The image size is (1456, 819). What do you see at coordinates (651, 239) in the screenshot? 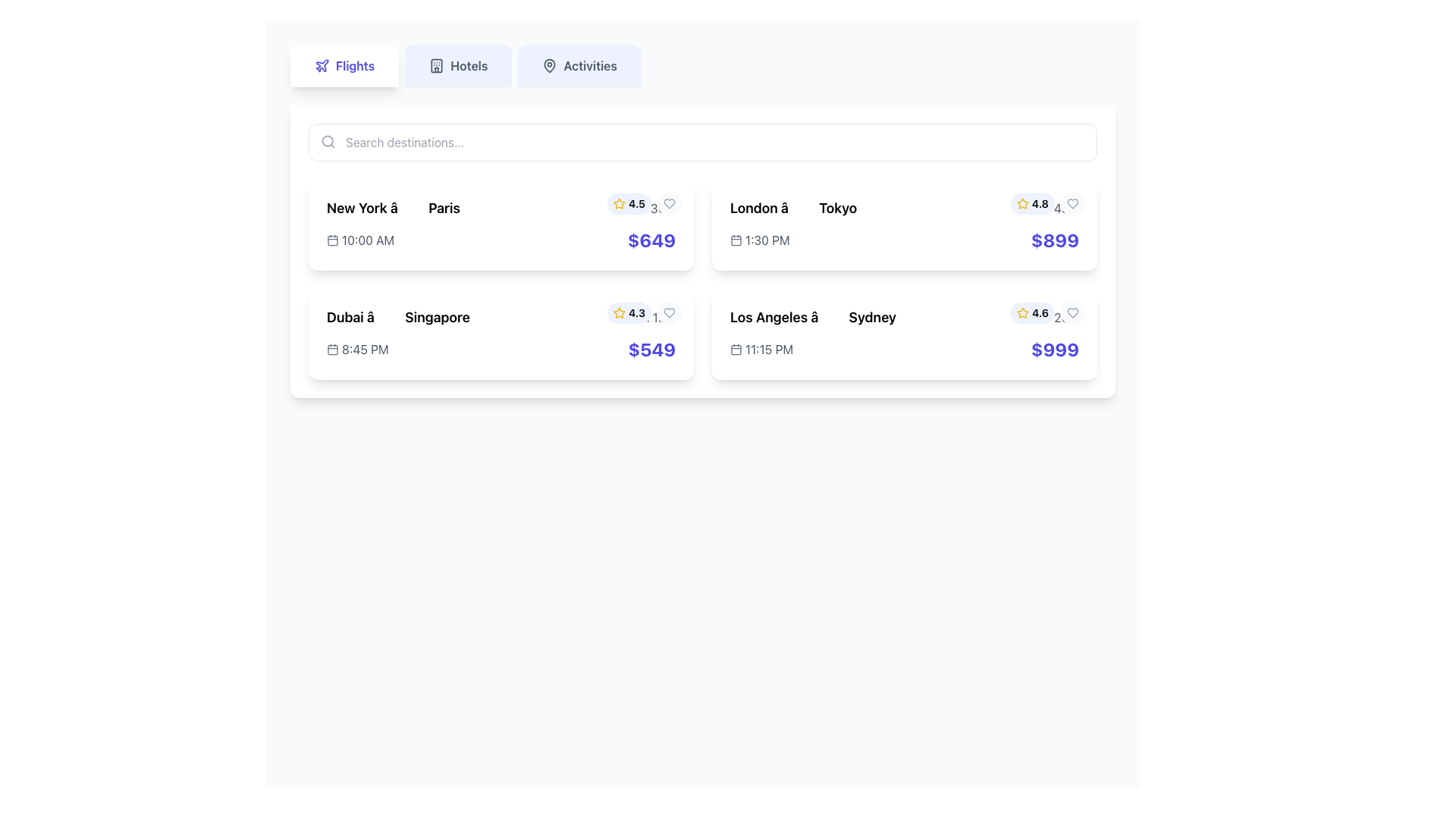
I see `text displayed in the price label '$649', which is styled in bold, large indigo font and is located near the right edge of the first card in the top row of flight information` at bounding box center [651, 239].